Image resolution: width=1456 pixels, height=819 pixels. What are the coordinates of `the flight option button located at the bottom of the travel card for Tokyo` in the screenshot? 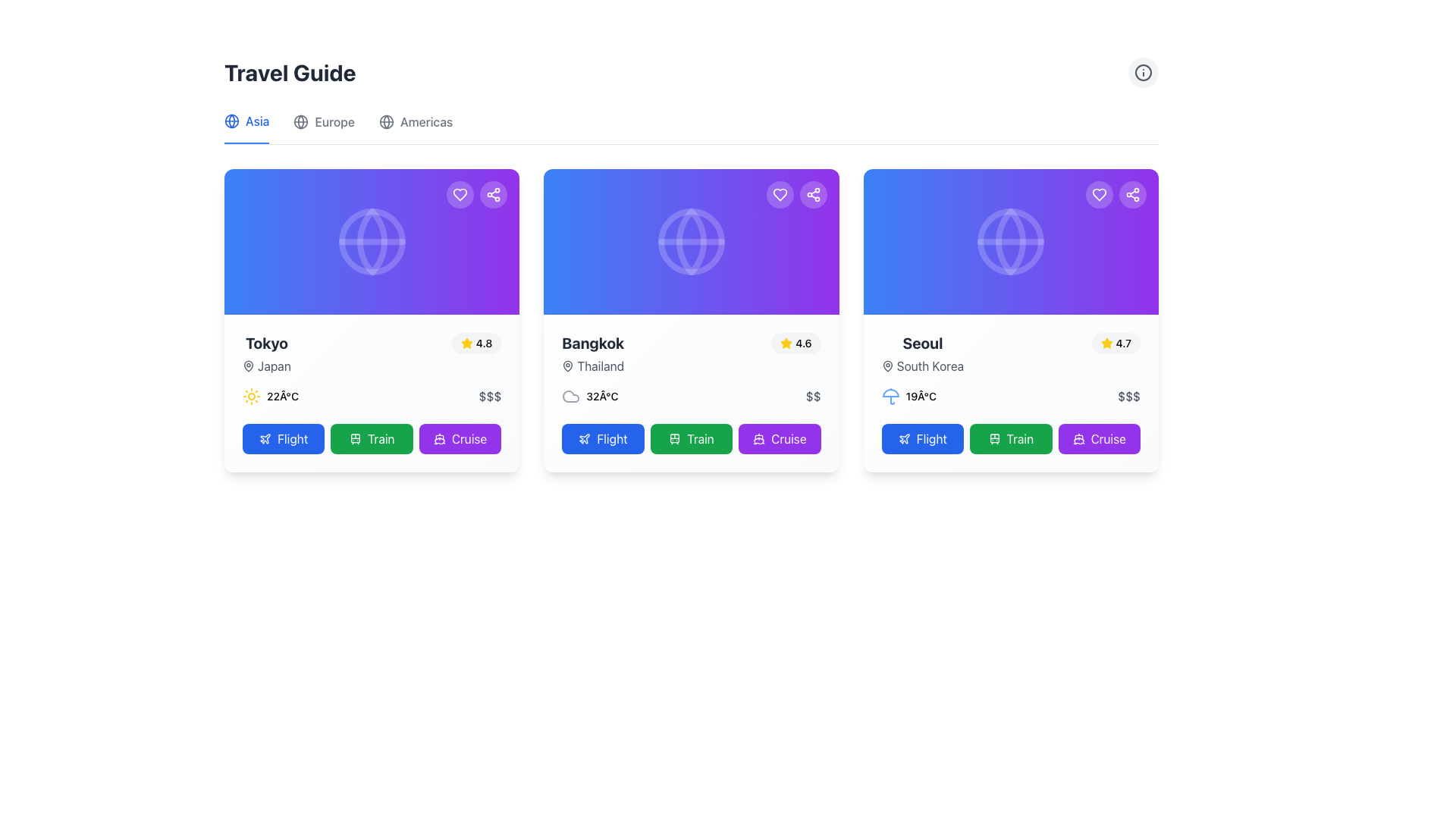 It's located at (284, 438).